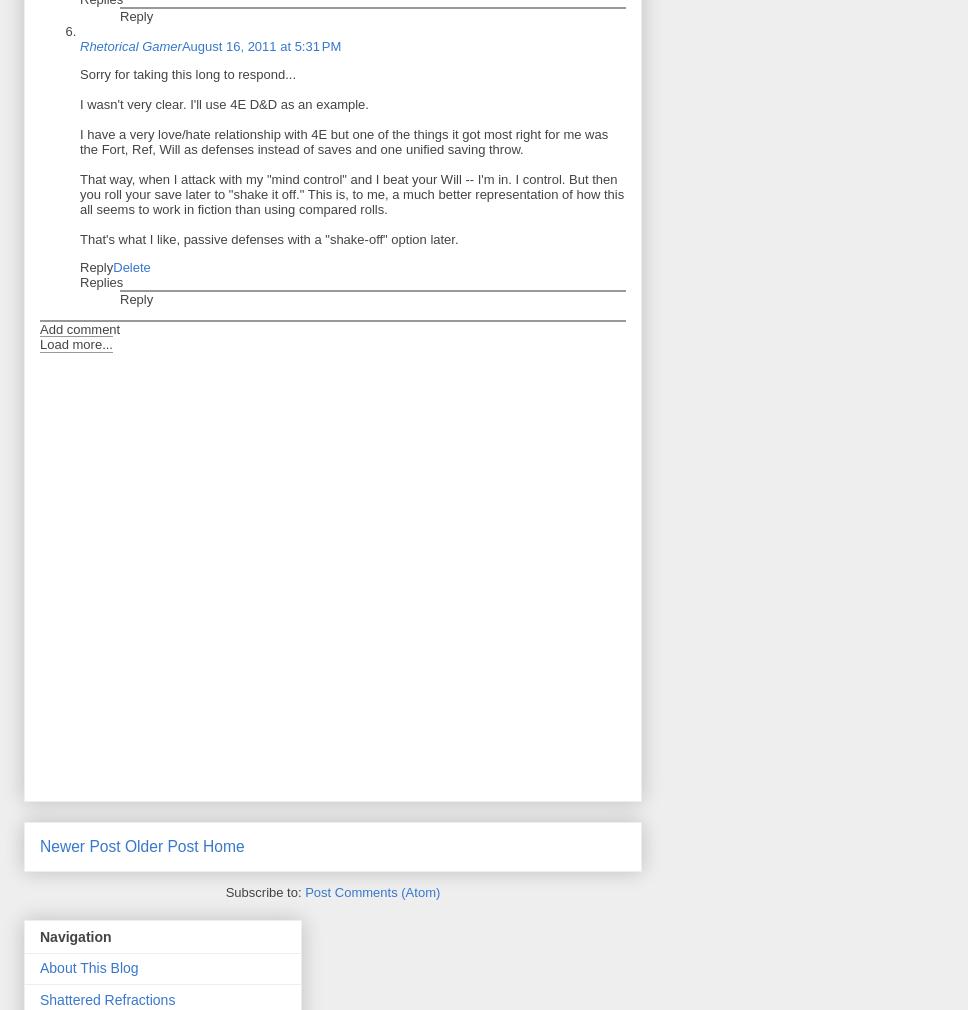  I want to click on 'About This Blog', so click(88, 967).